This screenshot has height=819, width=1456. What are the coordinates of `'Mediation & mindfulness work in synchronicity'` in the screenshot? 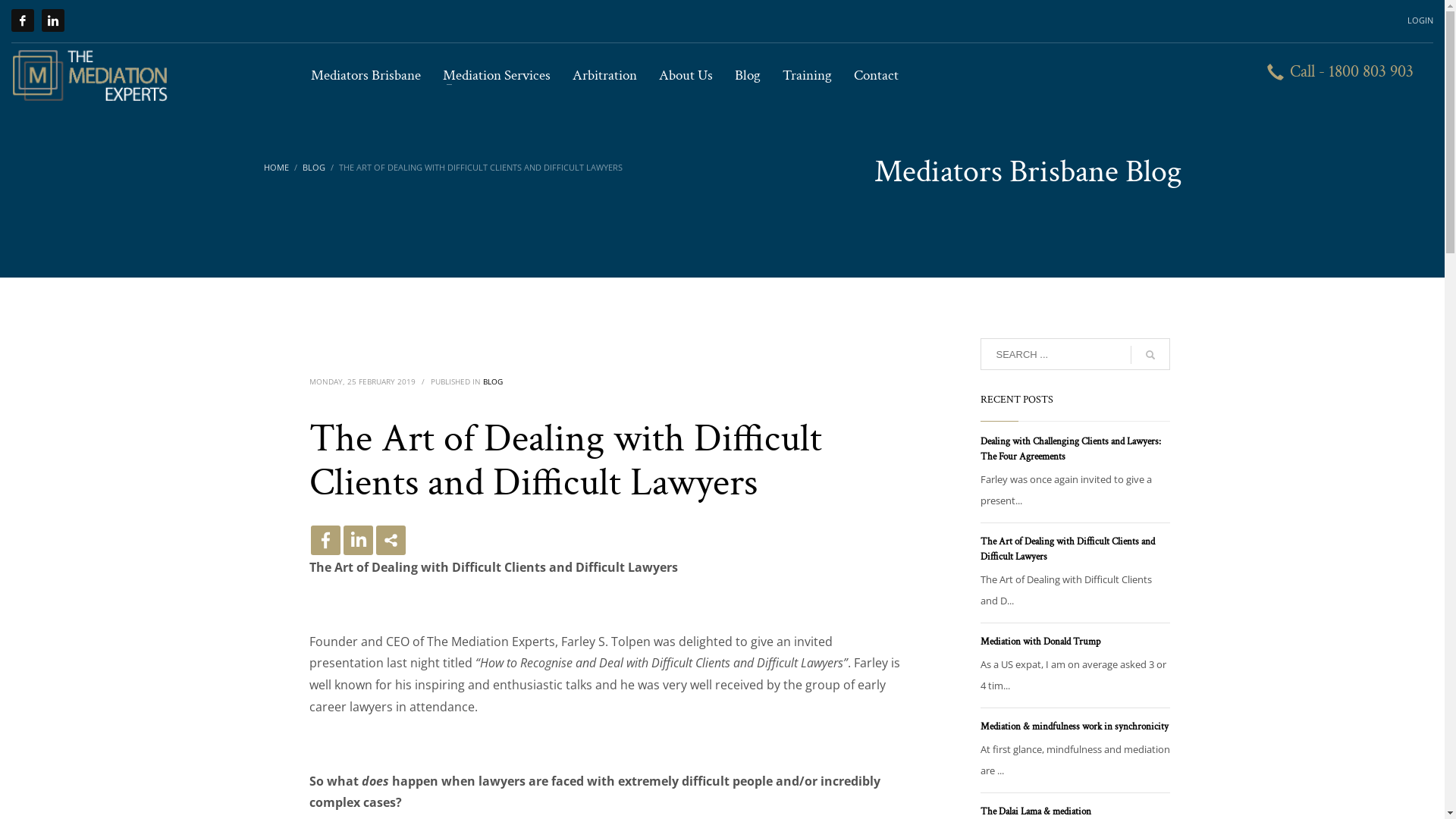 It's located at (1073, 726).